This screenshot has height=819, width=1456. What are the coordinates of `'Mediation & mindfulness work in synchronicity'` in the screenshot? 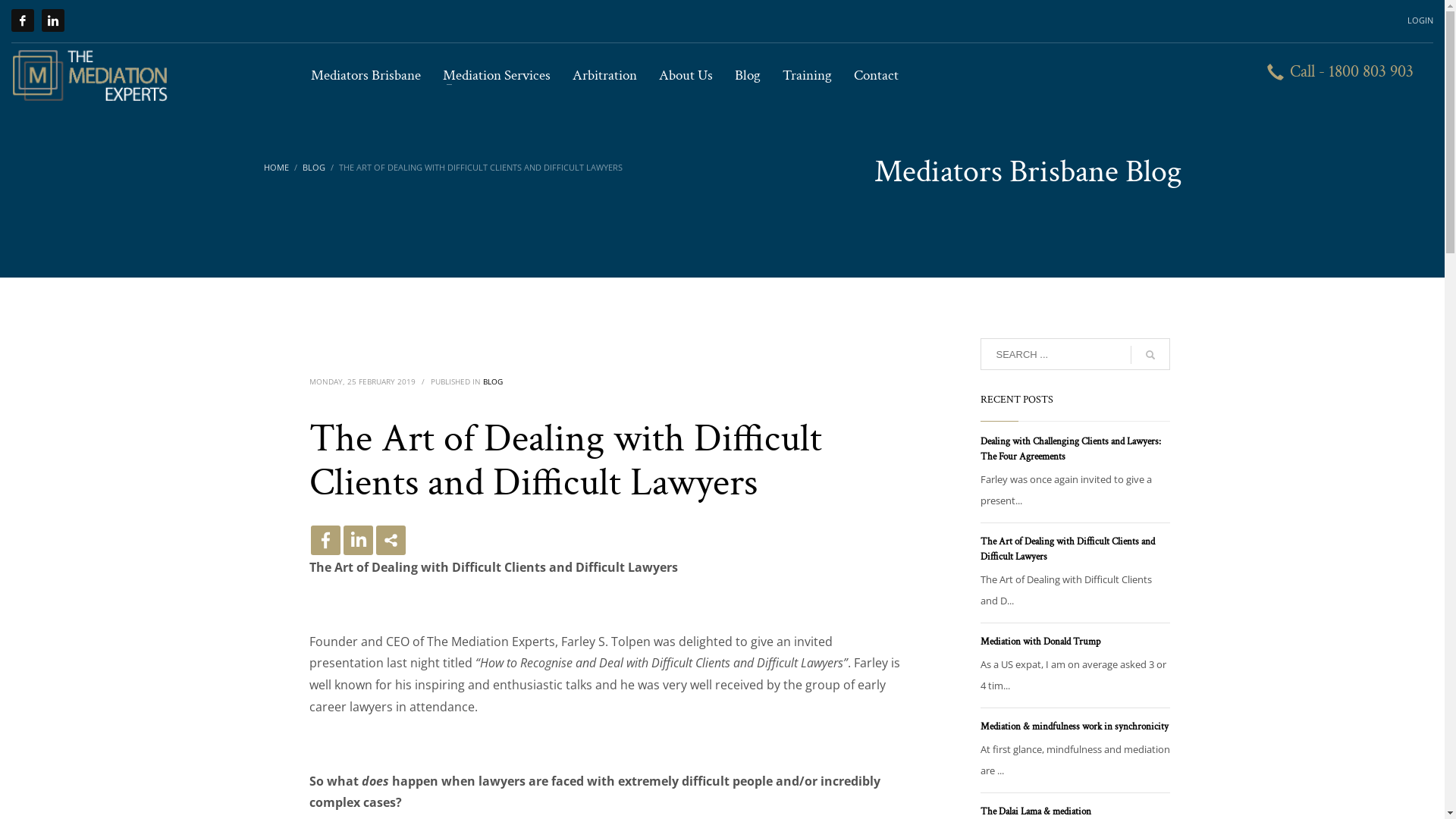 It's located at (1073, 726).